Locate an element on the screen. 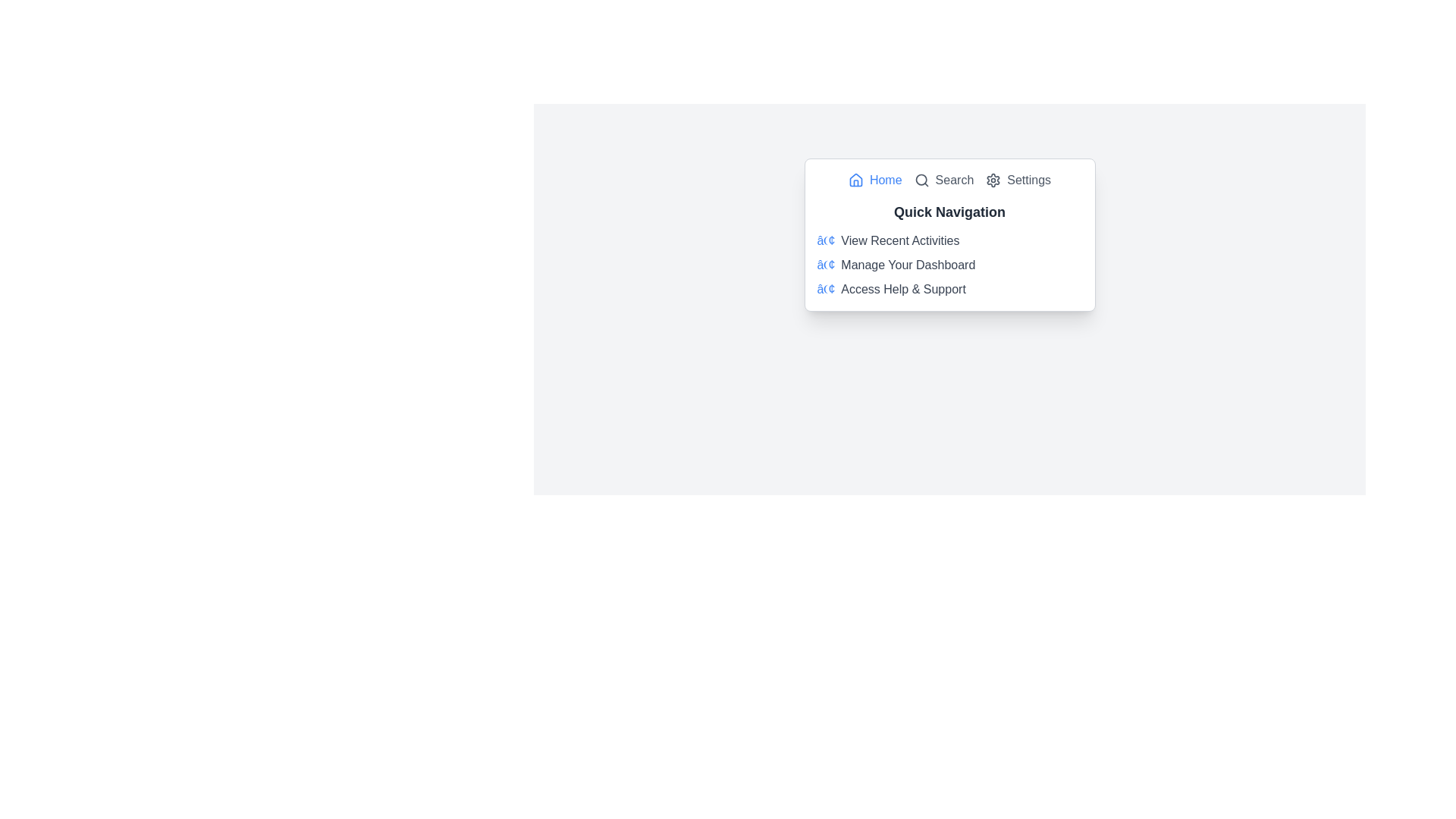 This screenshot has height=819, width=1456. the navigational button with an icon and text located at the center of the interface is located at coordinates (943, 180).